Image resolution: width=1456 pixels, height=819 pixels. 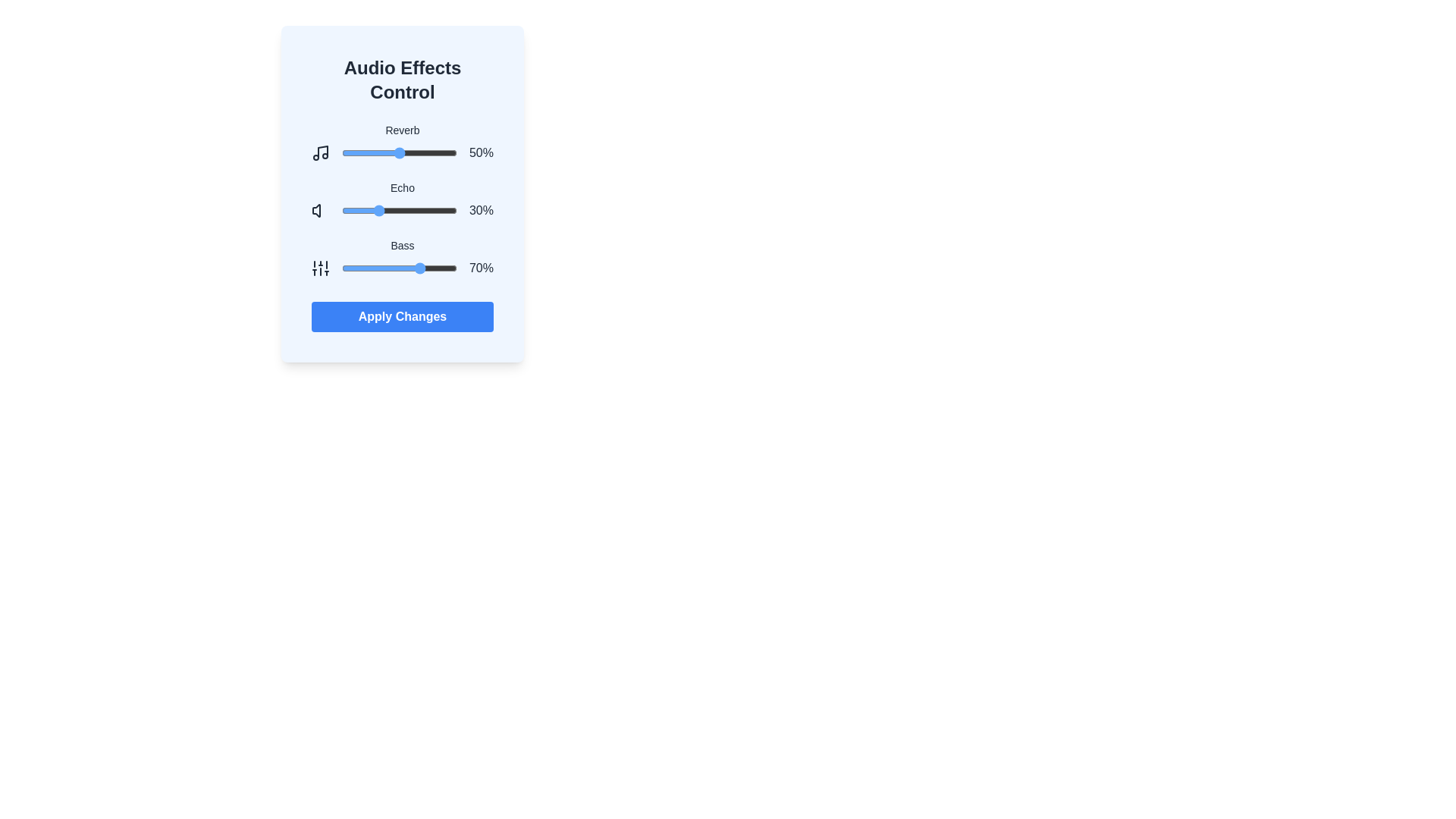 I want to click on the vertical sliders icon, which is the leftmost element of the 'Bass' control row in the Audio Effects Control panel, so click(x=319, y=268).